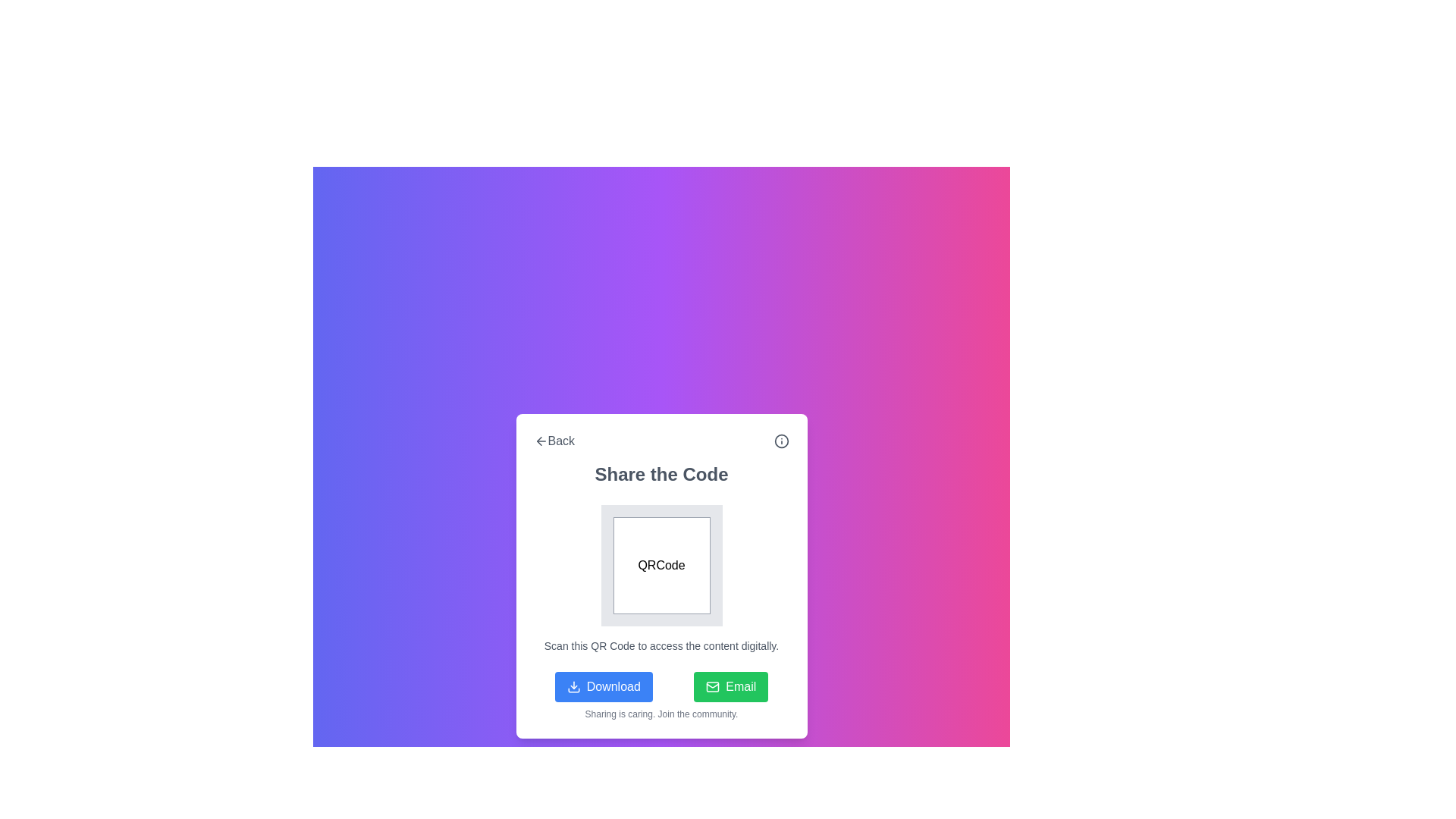 This screenshot has width=1456, height=819. What do you see at coordinates (712, 687) in the screenshot?
I see `the envelope icon embedded in the green 'Email' button` at bounding box center [712, 687].